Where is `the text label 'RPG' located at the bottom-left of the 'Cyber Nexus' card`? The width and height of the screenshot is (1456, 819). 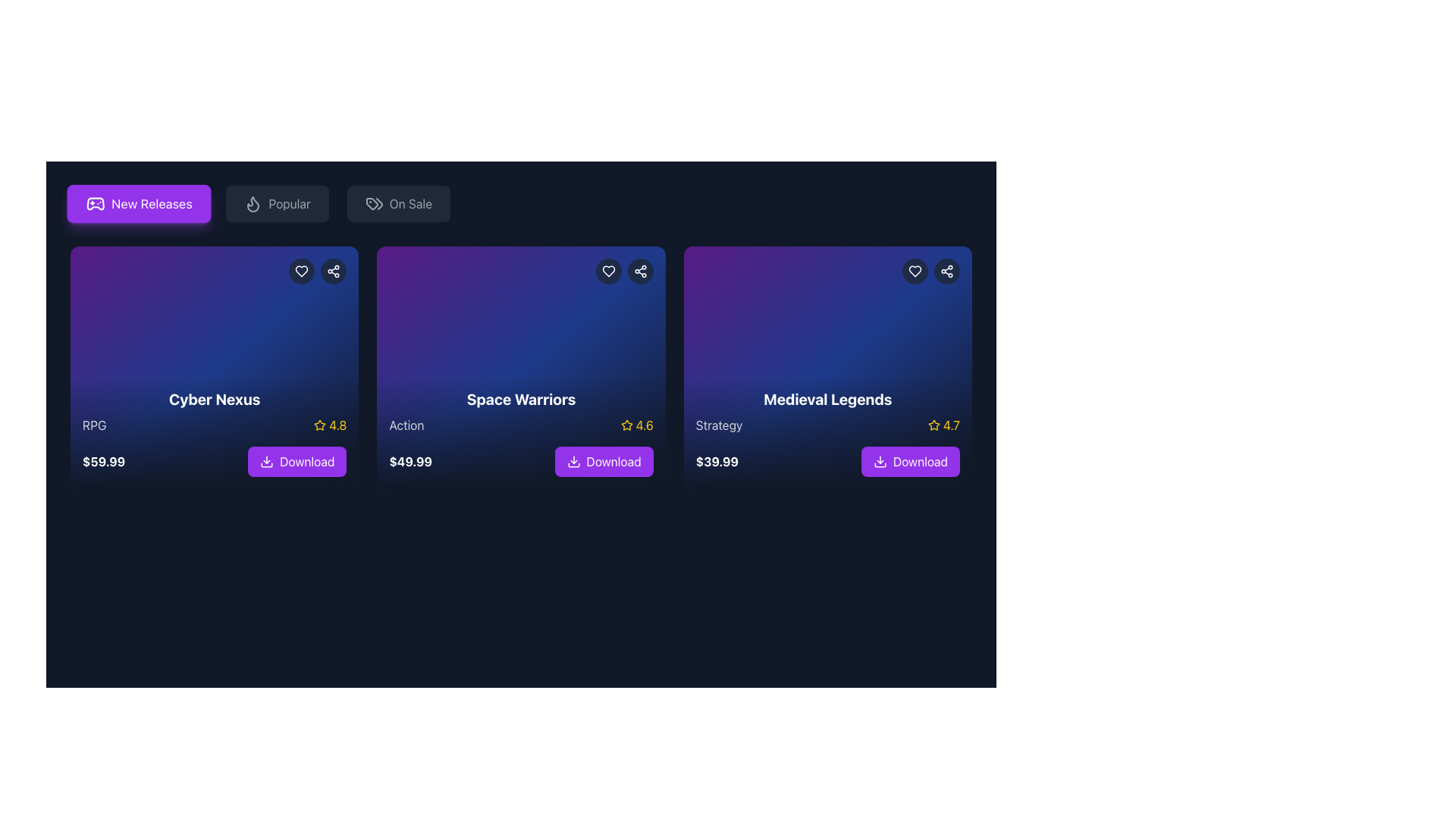 the text label 'RPG' located at the bottom-left of the 'Cyber Nexus' card is located at coordinates (93, 425).